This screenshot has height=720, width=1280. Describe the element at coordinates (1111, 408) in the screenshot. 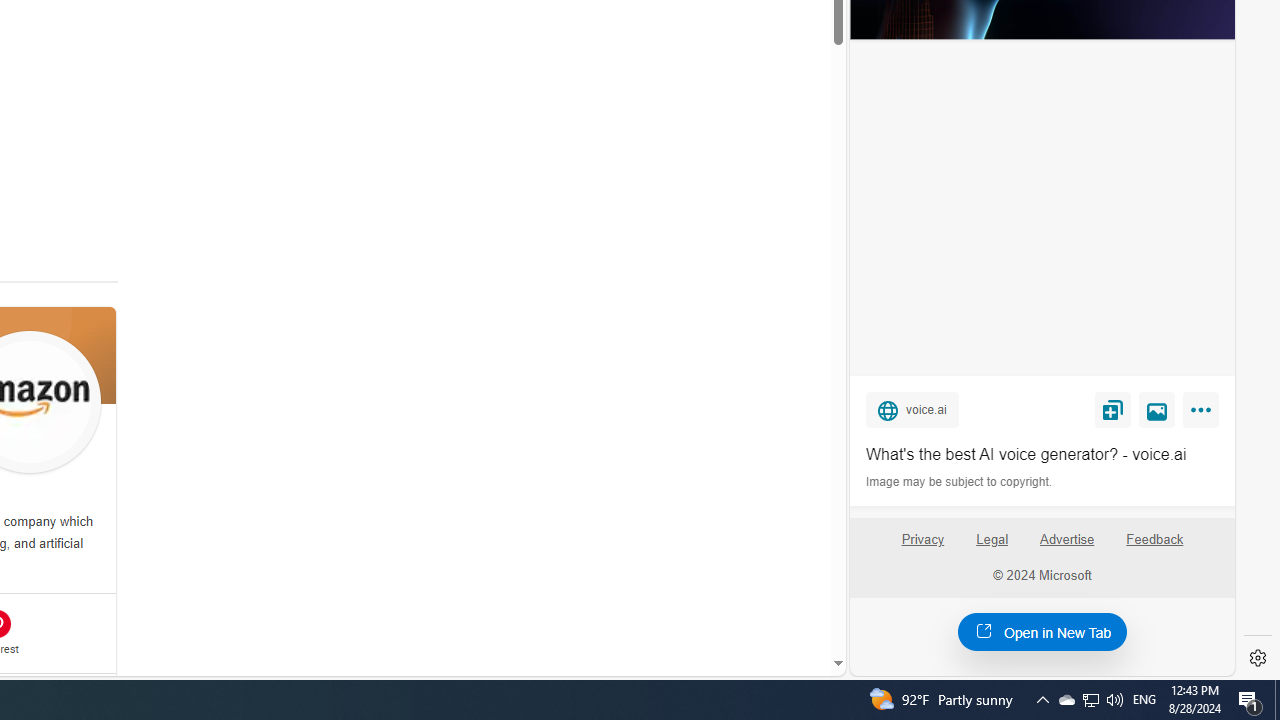

I see `'Save'` at that location.